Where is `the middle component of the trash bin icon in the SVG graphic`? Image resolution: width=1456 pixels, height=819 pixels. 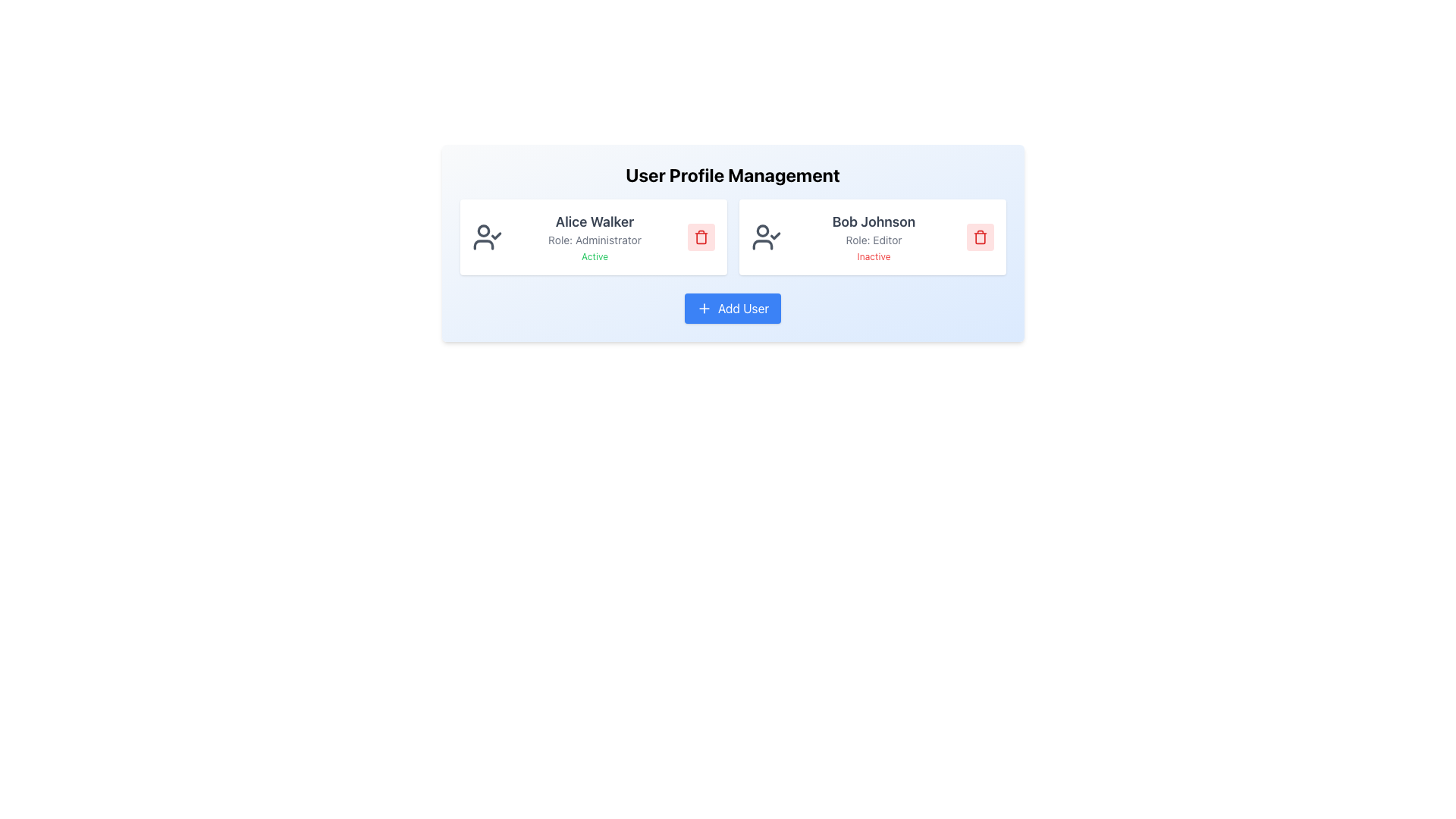
the middle component of the trash bin icon in the SVG graphic is located at coordinates (980, 238).